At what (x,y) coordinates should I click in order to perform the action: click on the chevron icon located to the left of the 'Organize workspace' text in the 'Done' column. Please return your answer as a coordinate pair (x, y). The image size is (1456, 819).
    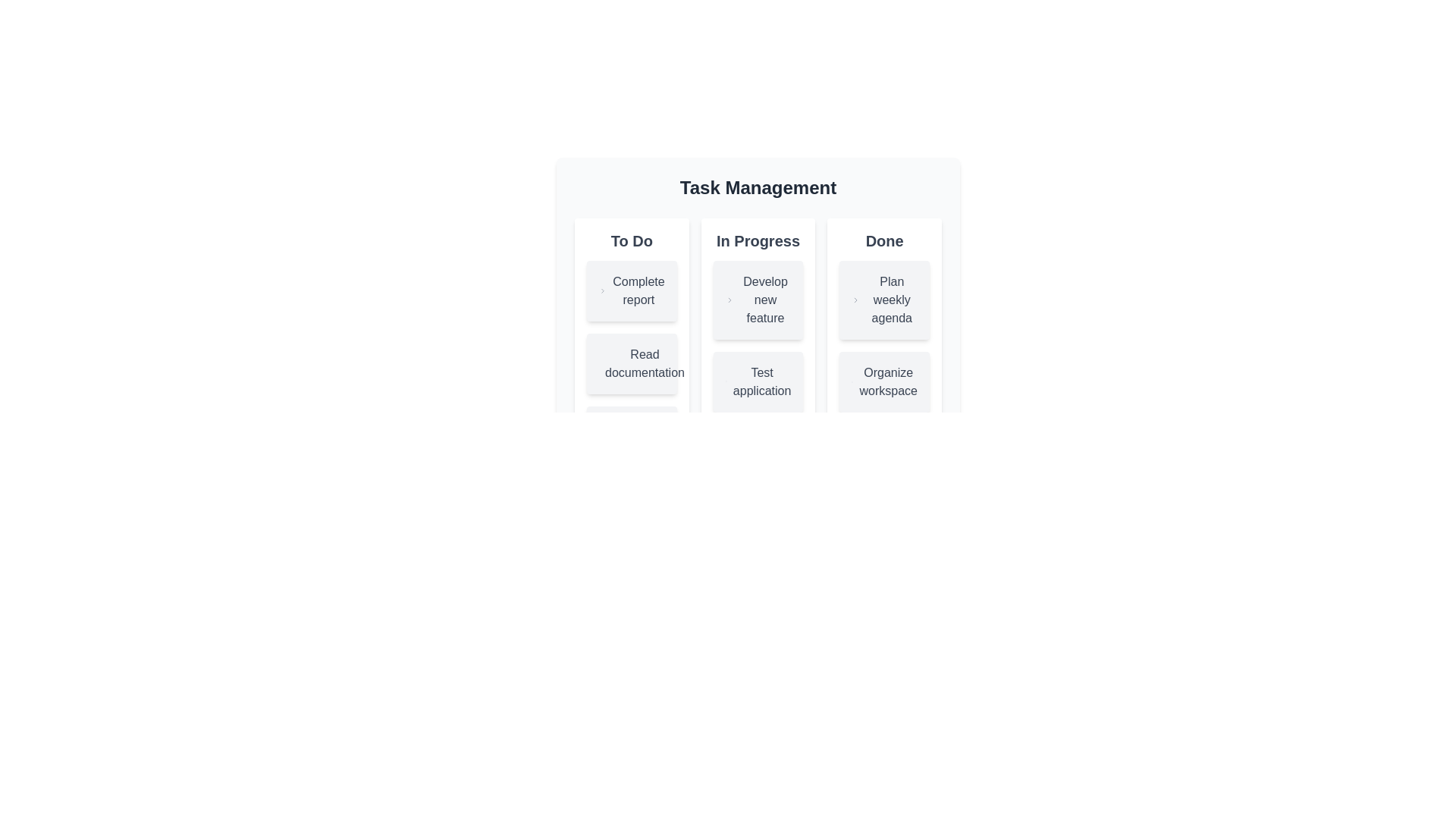
    Looking at the image, I should click on (852, 381).